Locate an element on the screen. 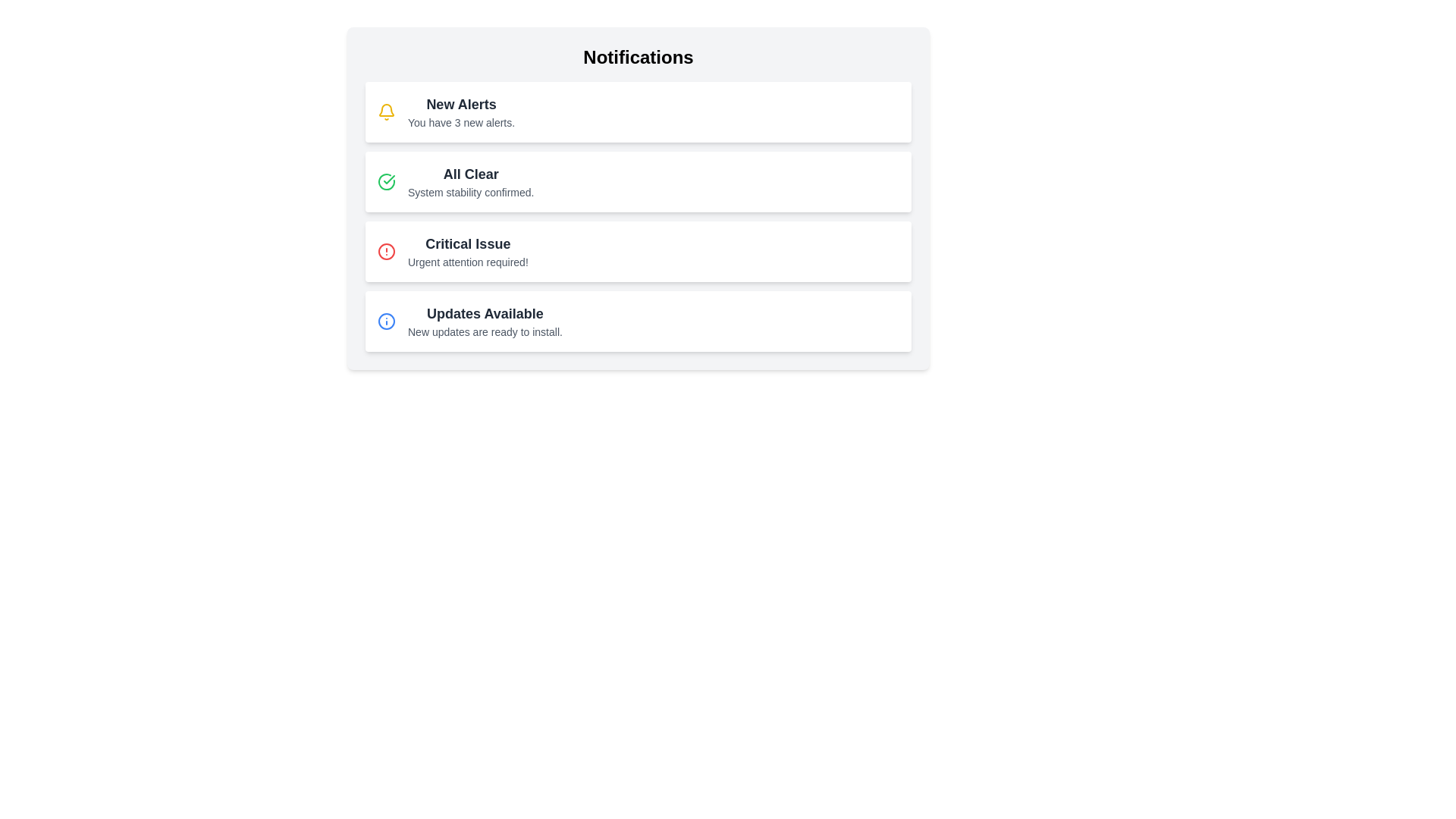 Image resolution: width=1456 pixels, height=819 pixels. the Info icon located in the 'Updates Available' section of the notification panel, which indicates information or updates requiring user attention is located at coordinates (386, 321).